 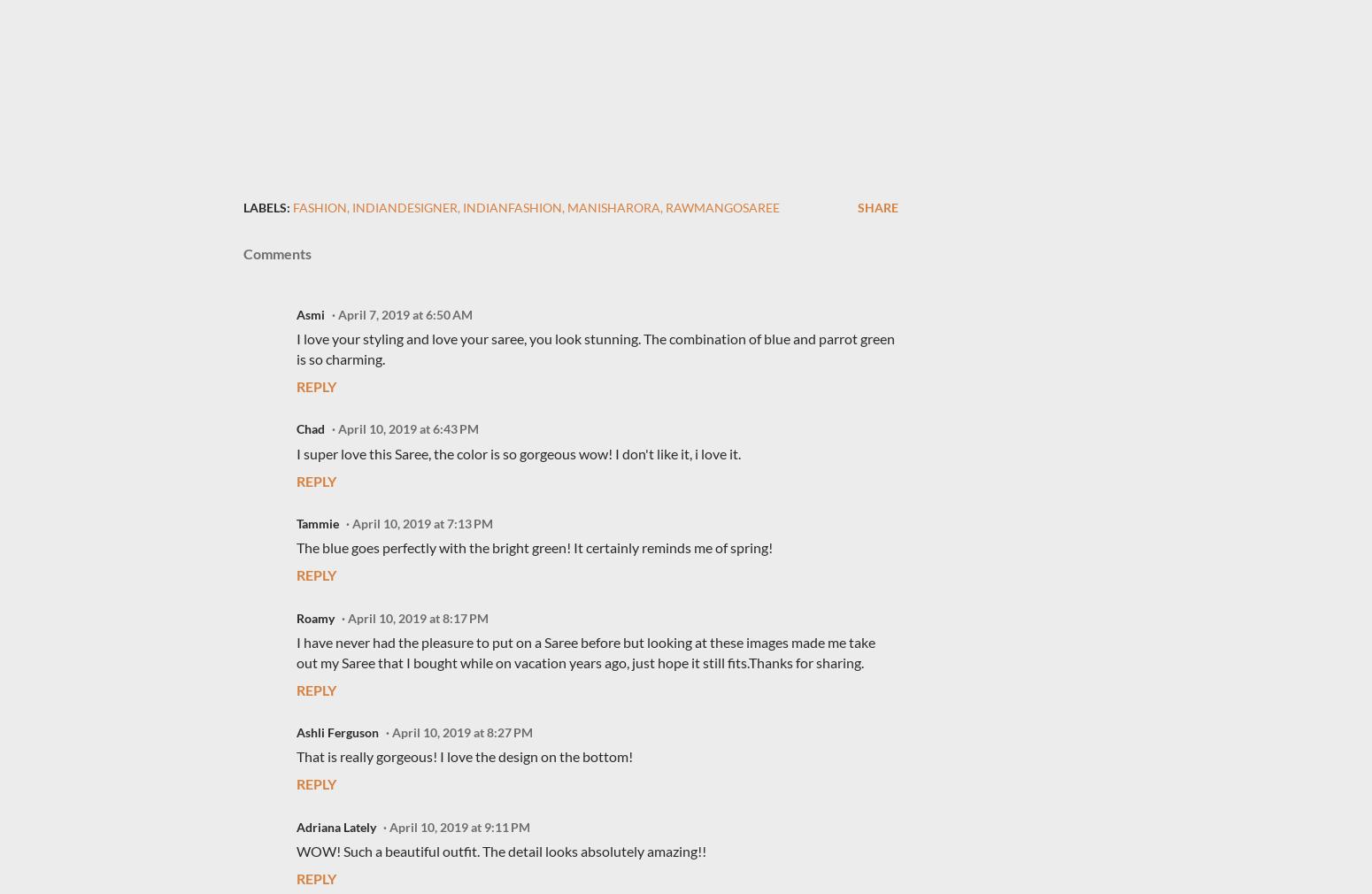 I want to click on 'Indiandesigner', so click(x=405, y=206).